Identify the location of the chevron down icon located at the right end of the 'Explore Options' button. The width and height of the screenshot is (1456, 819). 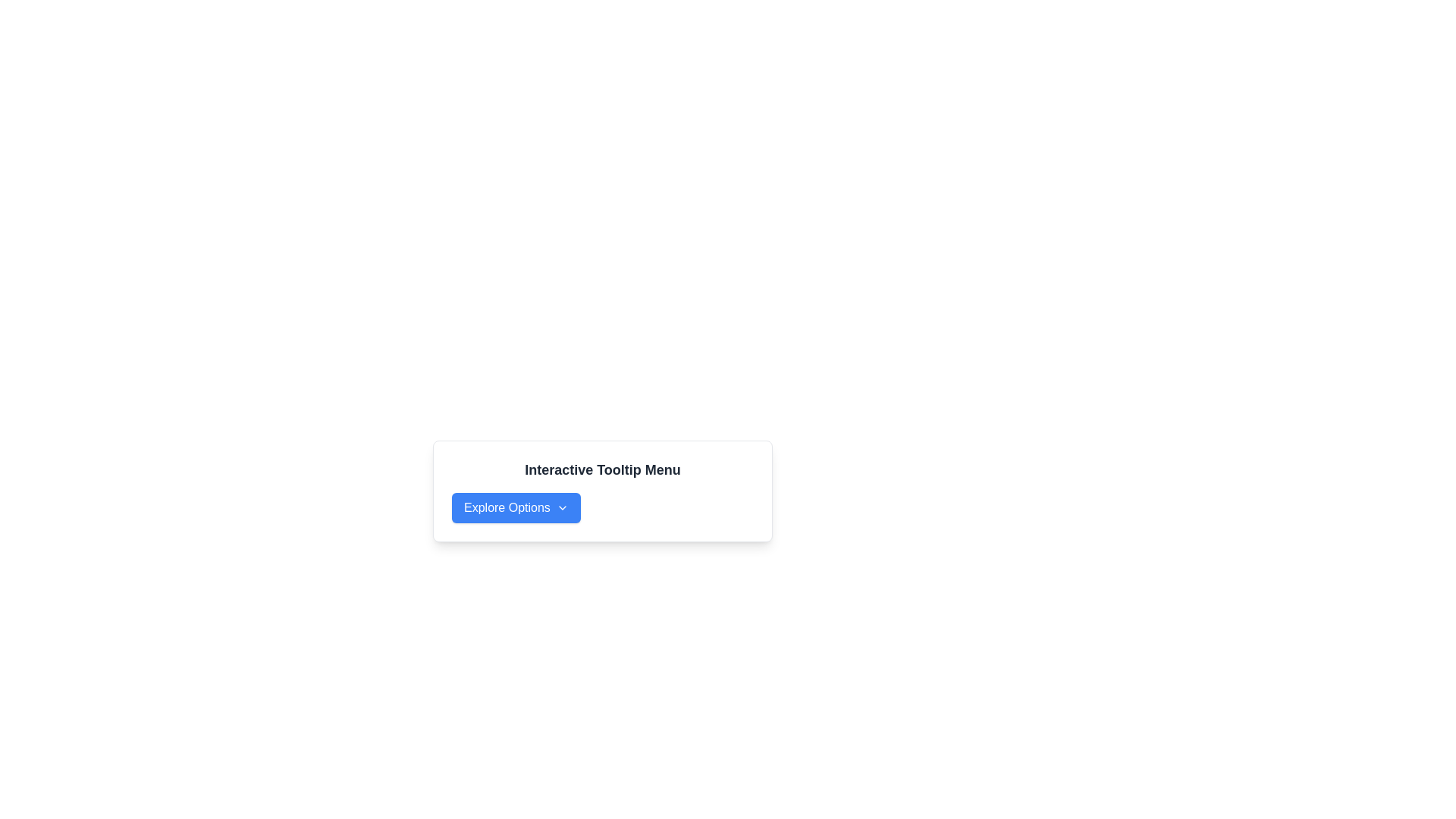
(561, 508).